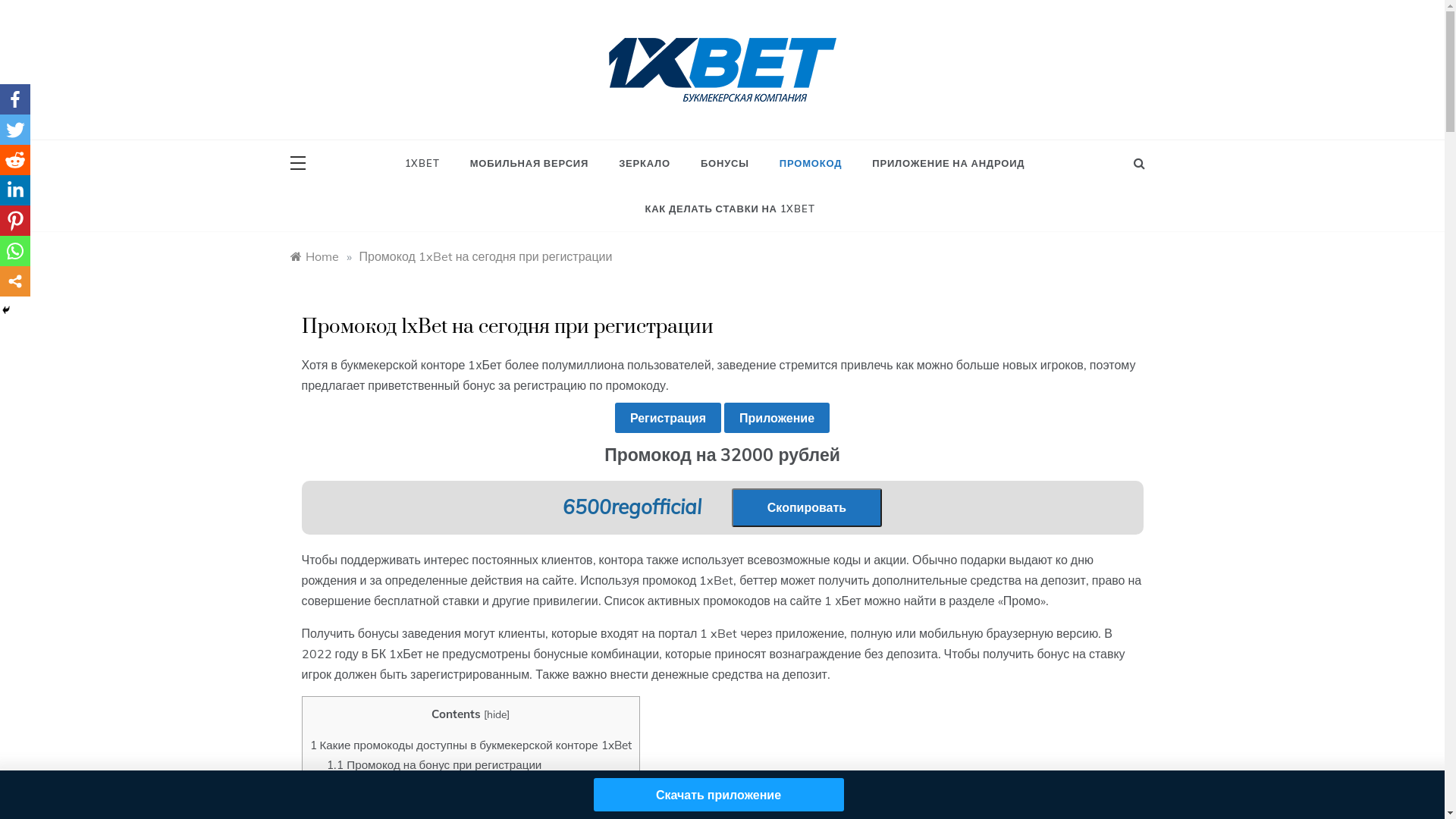 This screenshot has width=1456, height=819. I want to click on 'Linkedin', so click(14, 189).